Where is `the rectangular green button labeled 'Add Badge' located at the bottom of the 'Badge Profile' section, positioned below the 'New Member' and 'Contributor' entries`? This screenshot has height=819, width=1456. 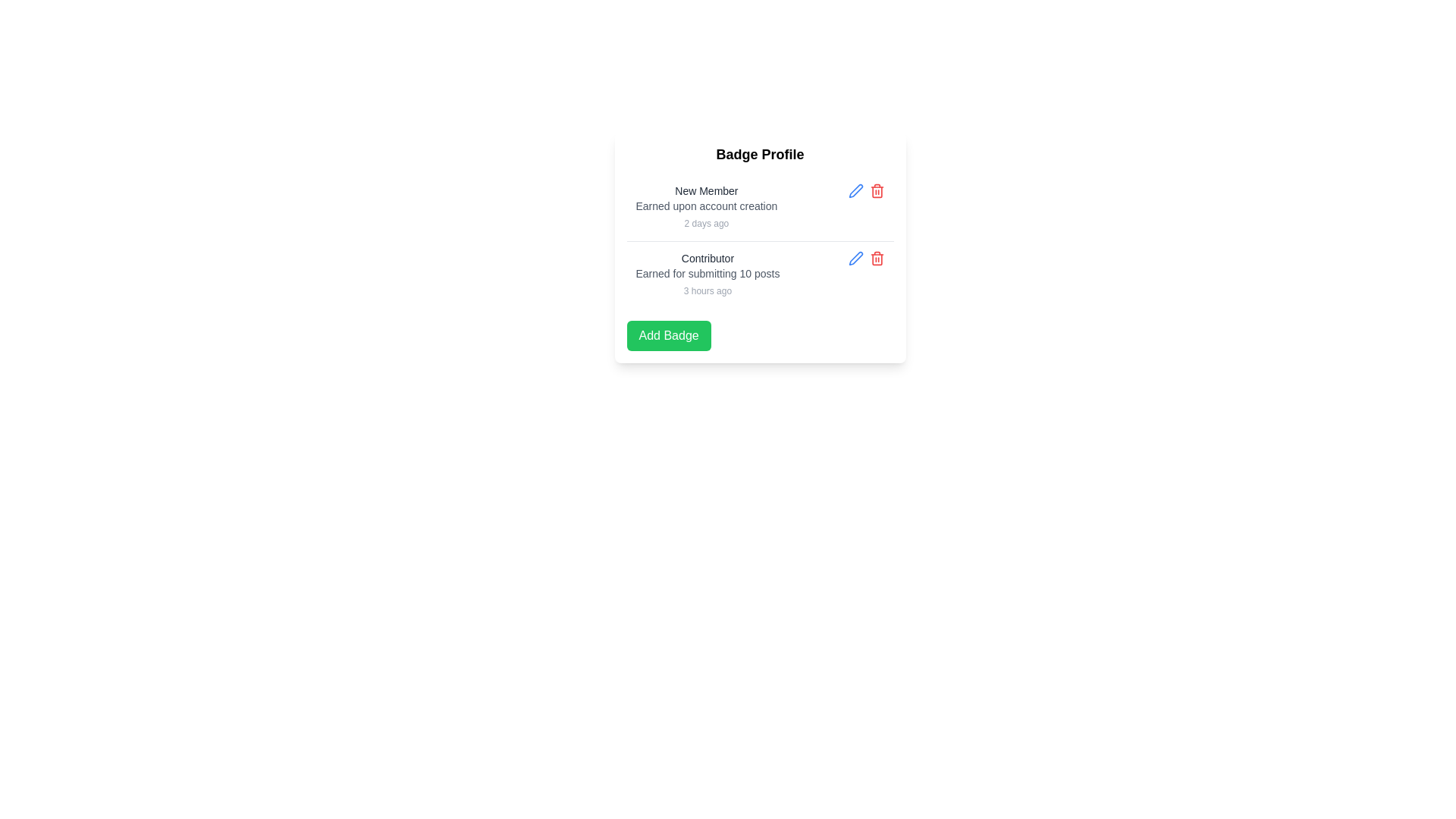
the rectangular green button labeled 'Add Badge' located at the bottom of the 'Badge Profile' section, positioned below the 'New Member' and 'Contributor' entries is located at coordinates (668, 335).